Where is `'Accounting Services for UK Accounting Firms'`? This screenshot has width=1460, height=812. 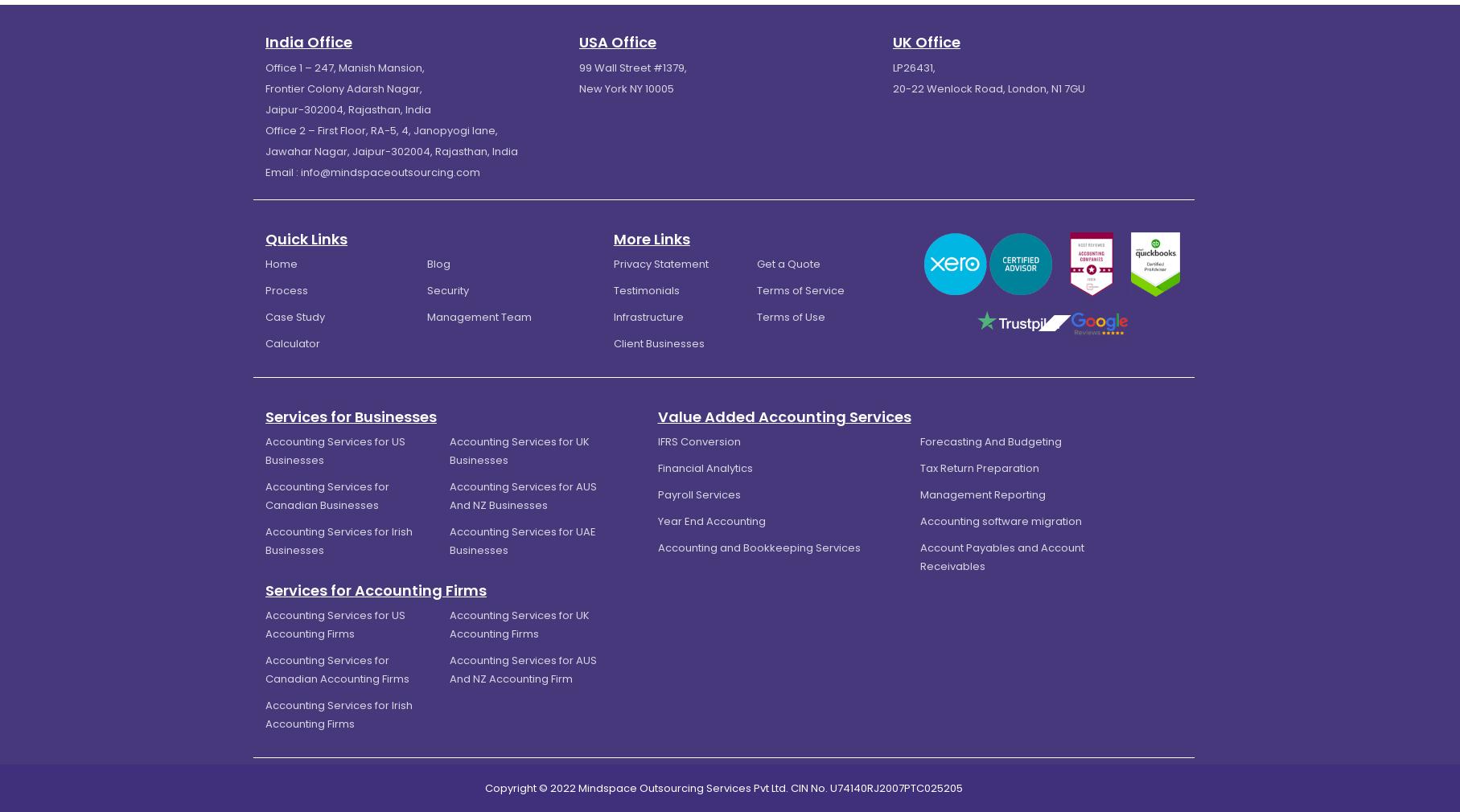
'Accounting Services for UK Accounting Firms' is located at coordinates (447, 623).